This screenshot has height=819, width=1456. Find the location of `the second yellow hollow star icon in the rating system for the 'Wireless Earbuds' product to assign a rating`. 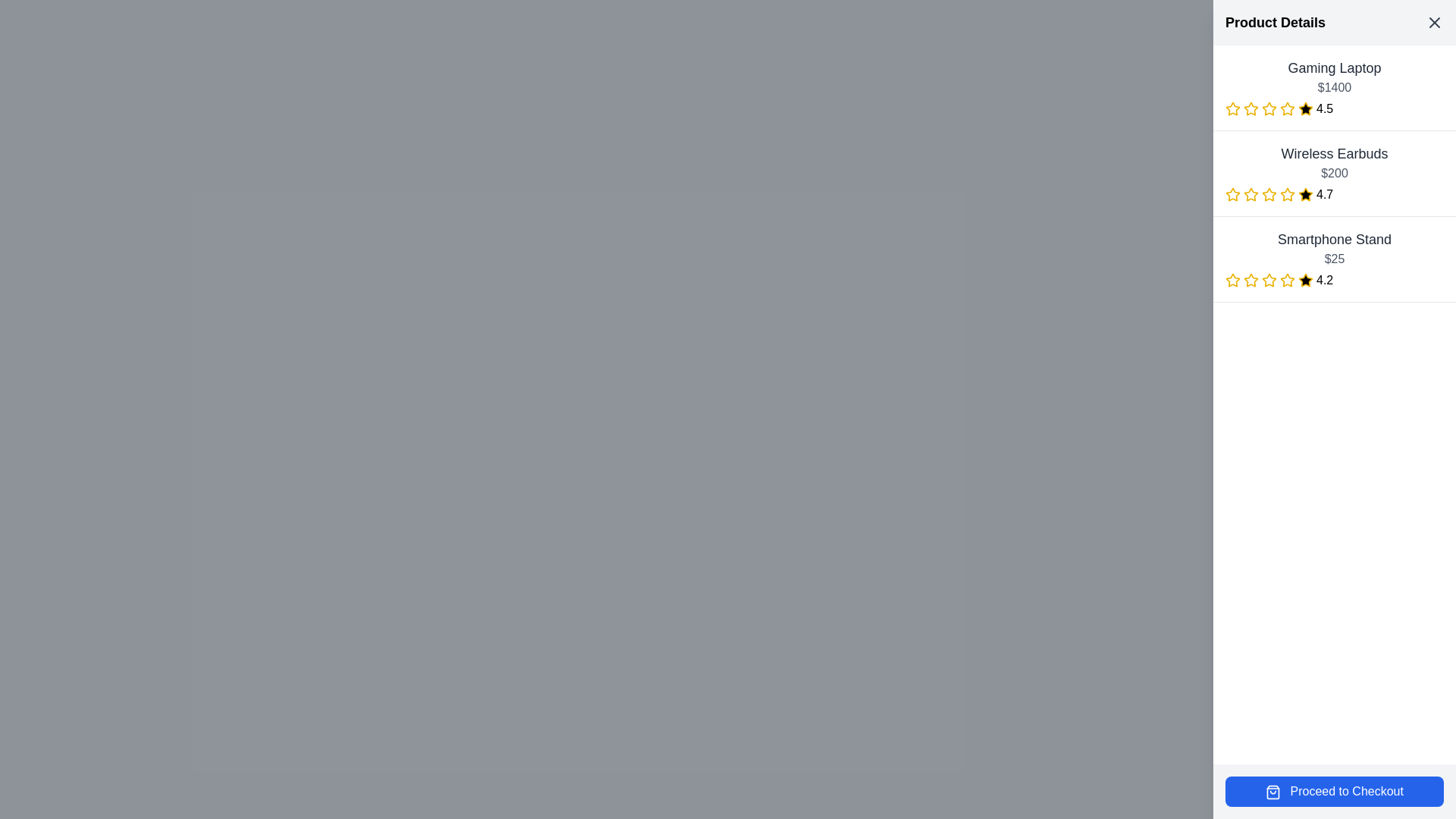

the second yellow hollow star icon in the rating system for the 'Wireless Earbuds' product to assign a rating is located at coordinates (1250, 193).